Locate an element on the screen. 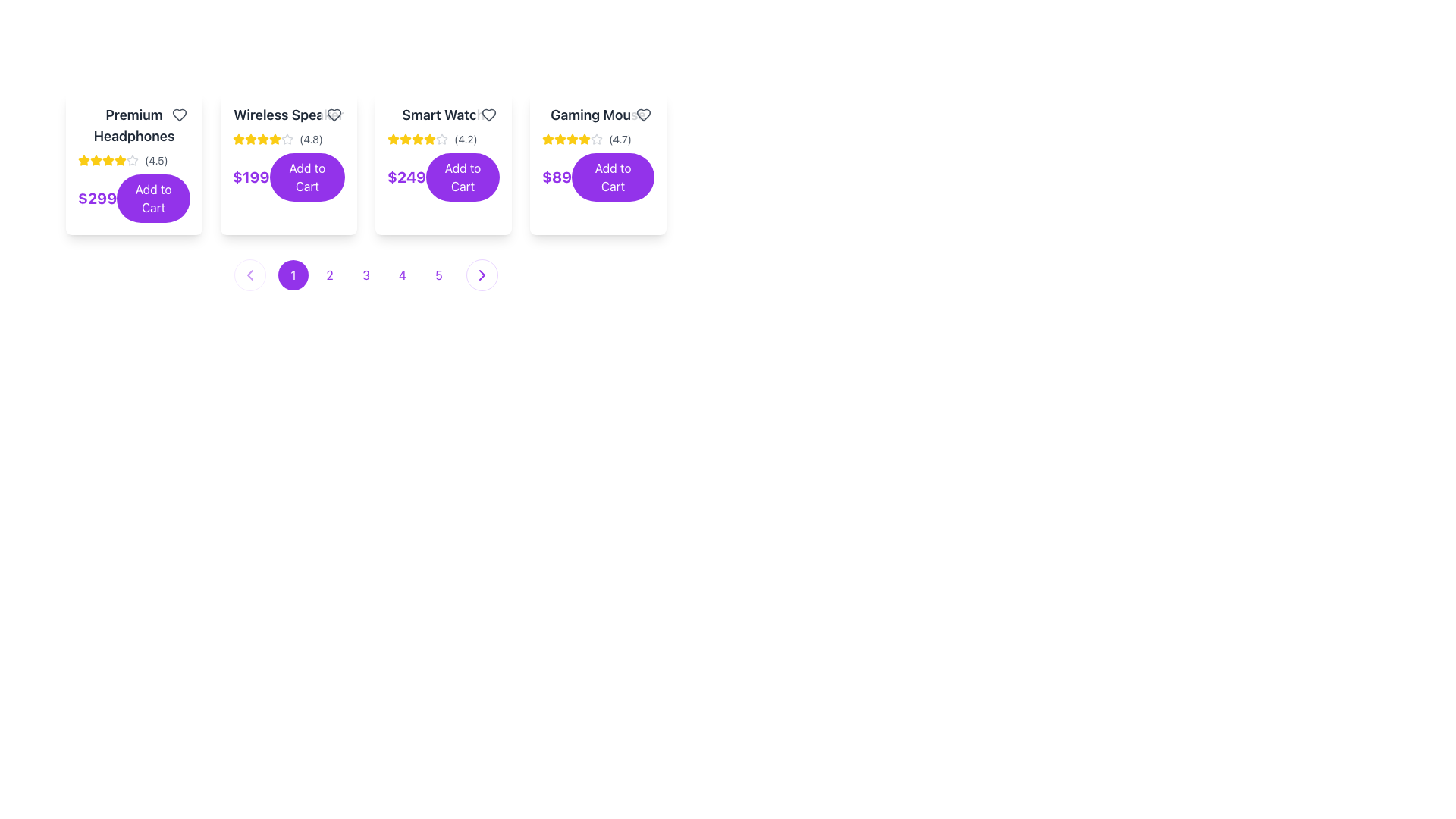 Image resolution: width=1456 pixels, height=819 pixels. the third yellow Rating Star Icon under the 'Smart Watch' title is located at coordinates (418, 139).